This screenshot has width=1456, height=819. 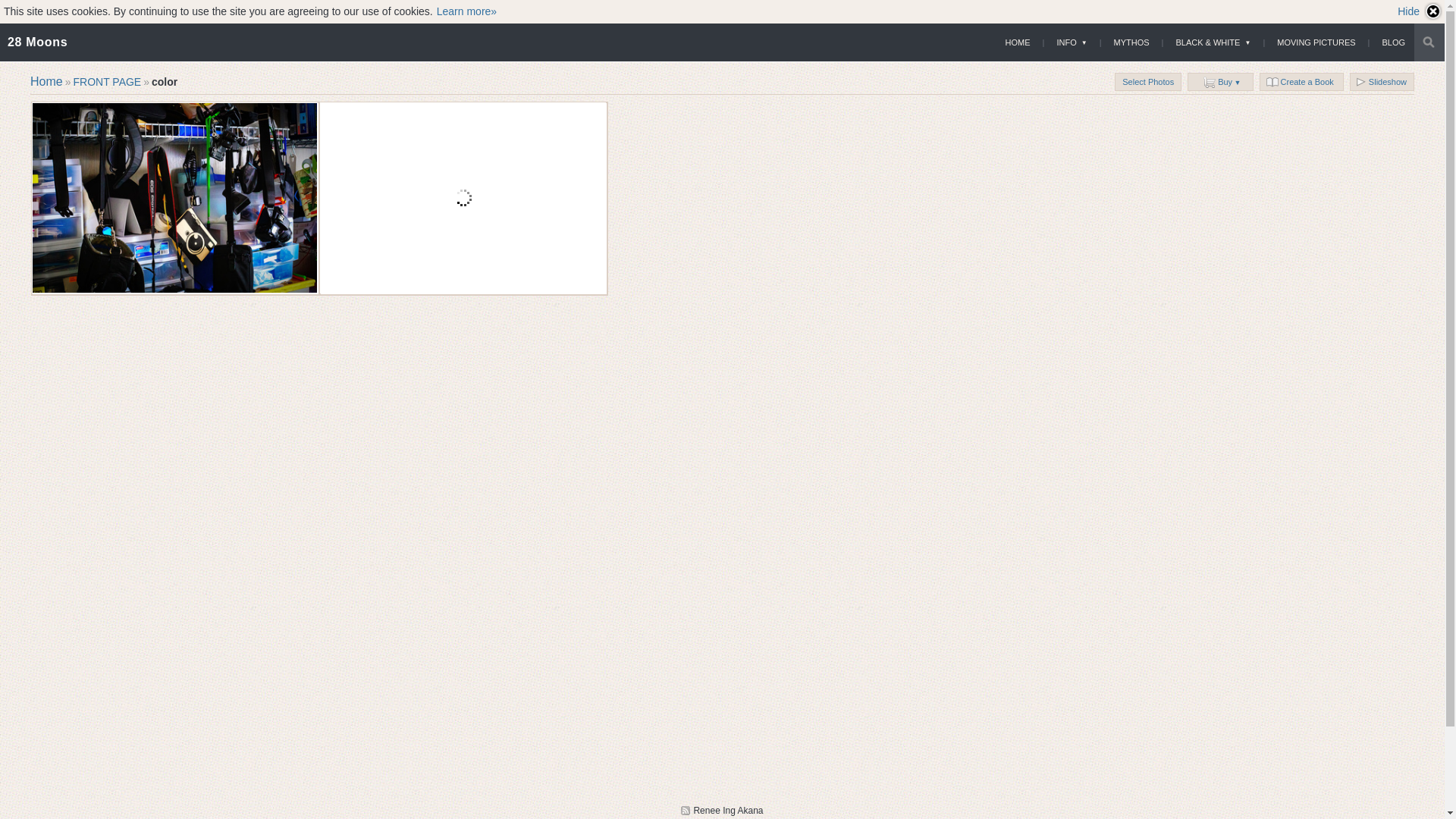 What do you see at coordinates (46, 81) in the screenshot?
I see `'Home'` at bounding box center [46, 81].